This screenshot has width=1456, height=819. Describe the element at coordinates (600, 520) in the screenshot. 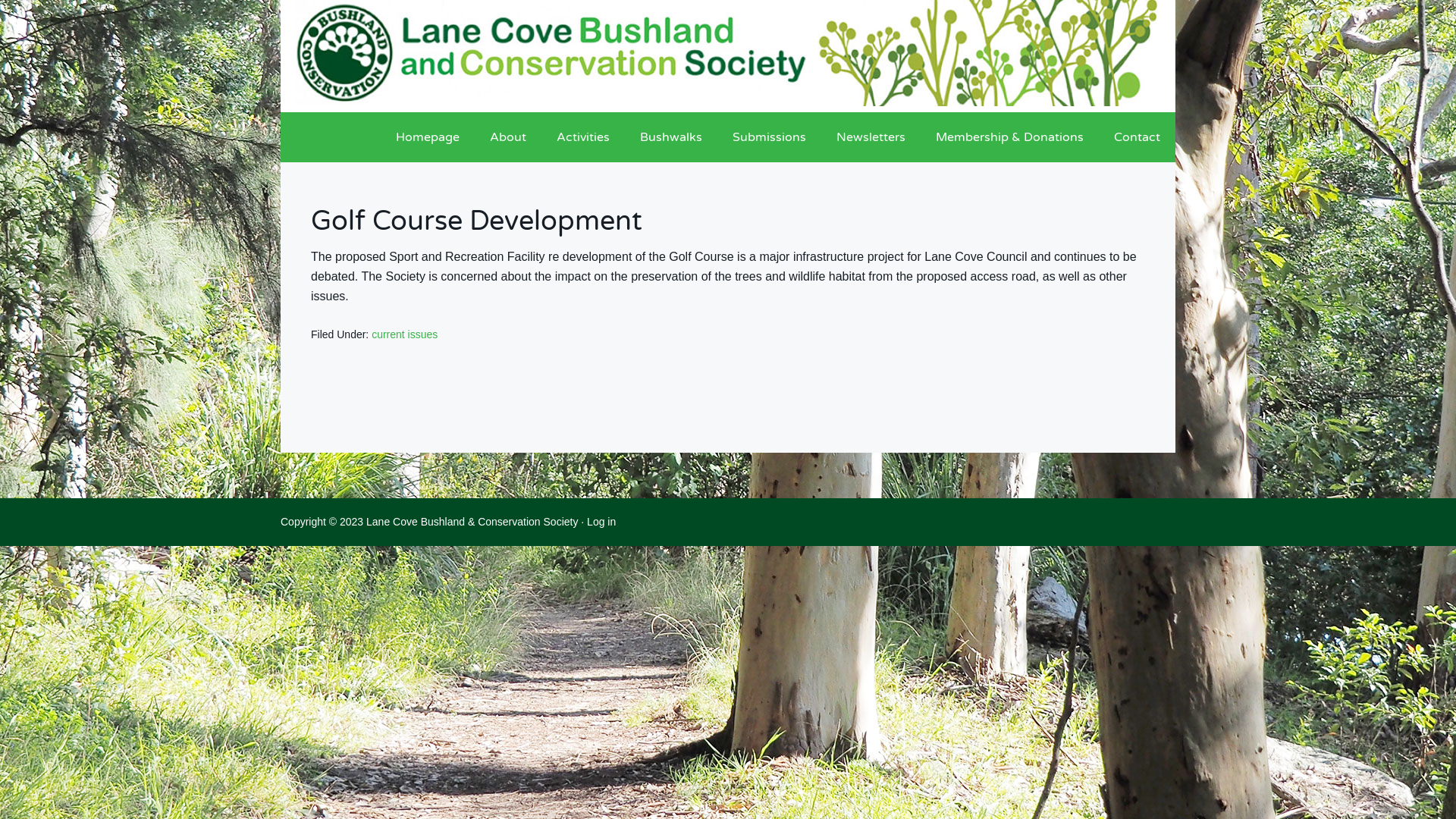

I see `'Log in'` at that location.